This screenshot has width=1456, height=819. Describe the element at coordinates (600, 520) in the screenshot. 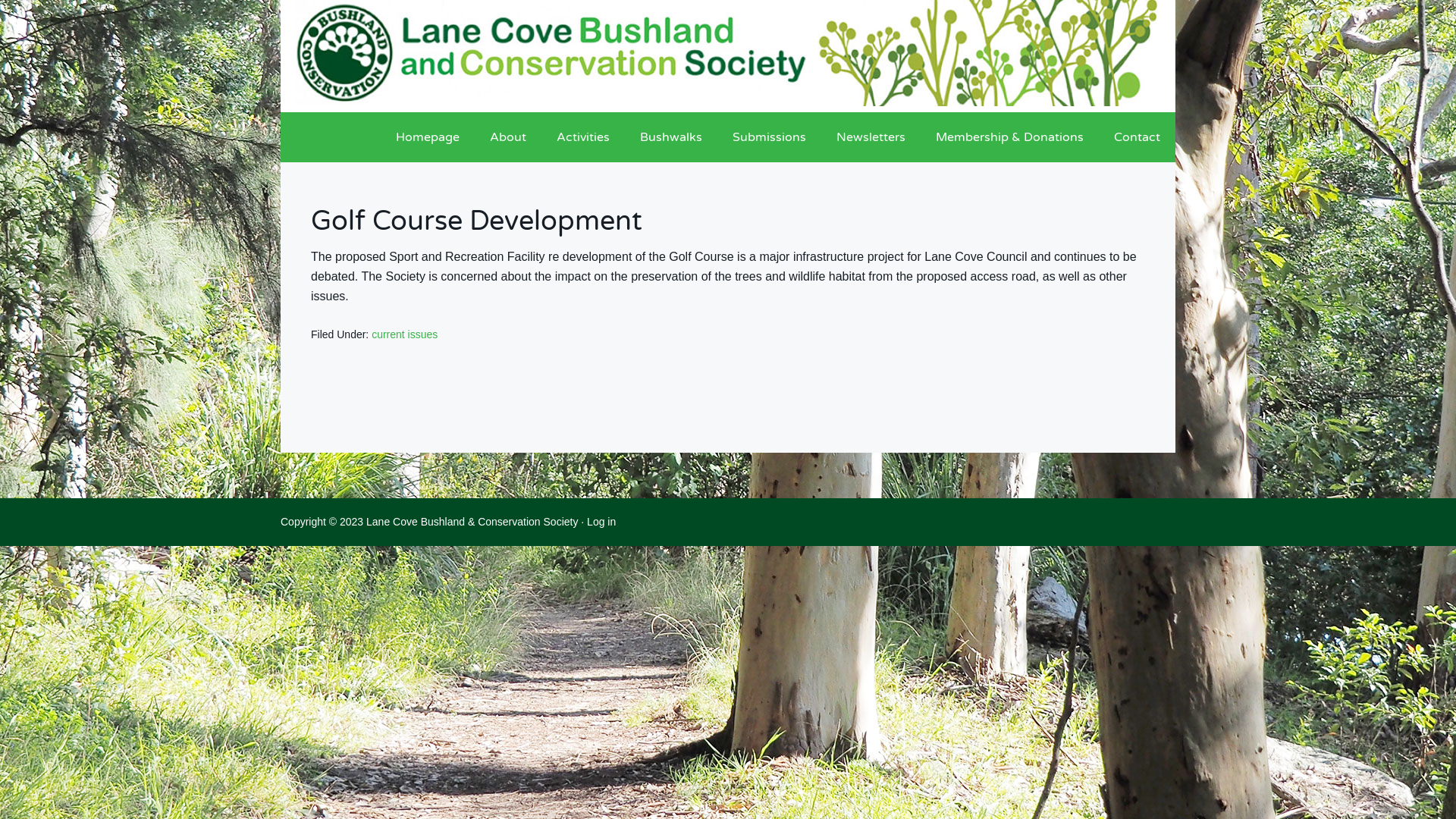

I see `'Log in'` at that location.